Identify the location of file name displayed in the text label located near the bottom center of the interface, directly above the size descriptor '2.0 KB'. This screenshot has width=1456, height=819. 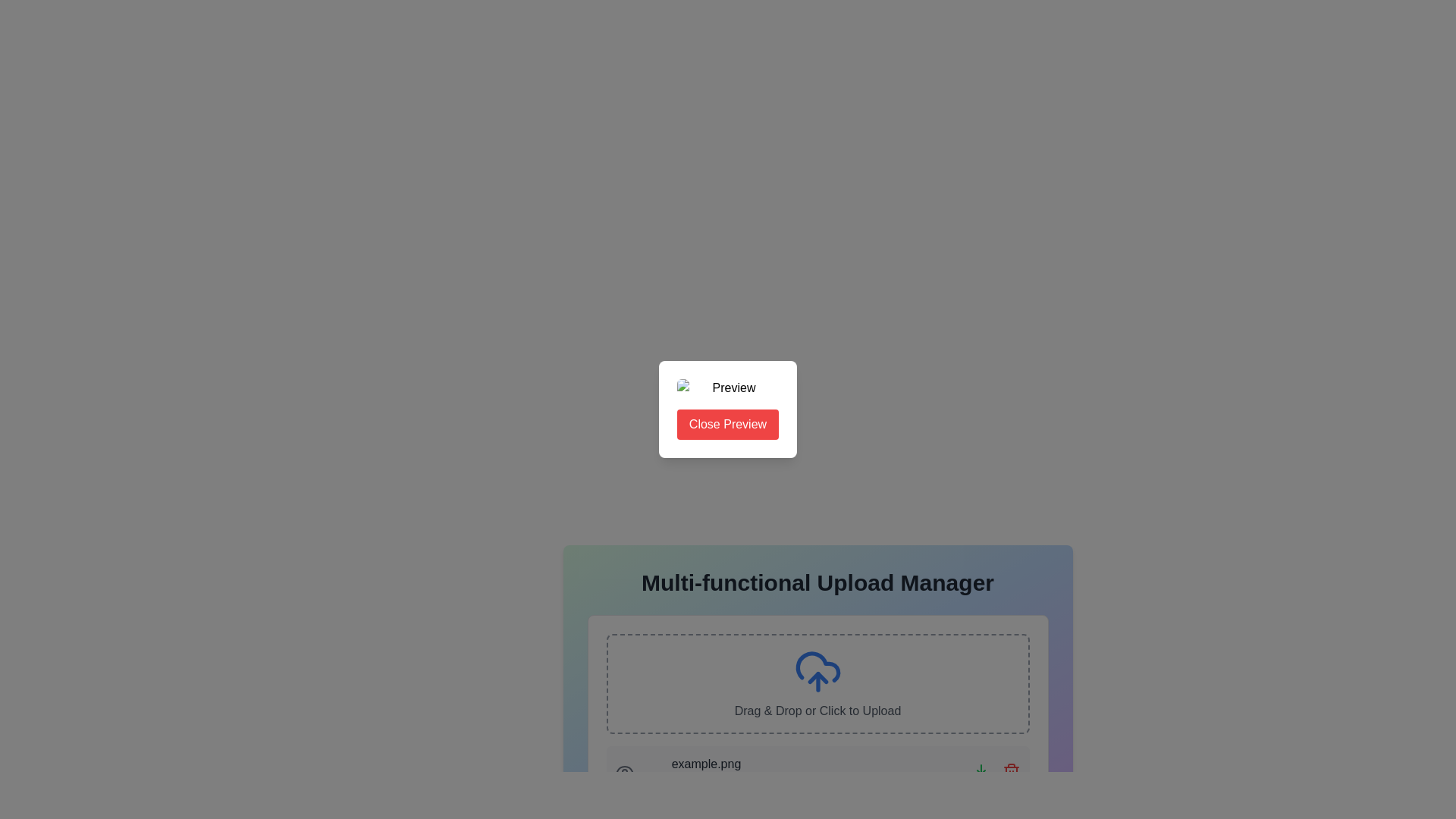
(705, 764).